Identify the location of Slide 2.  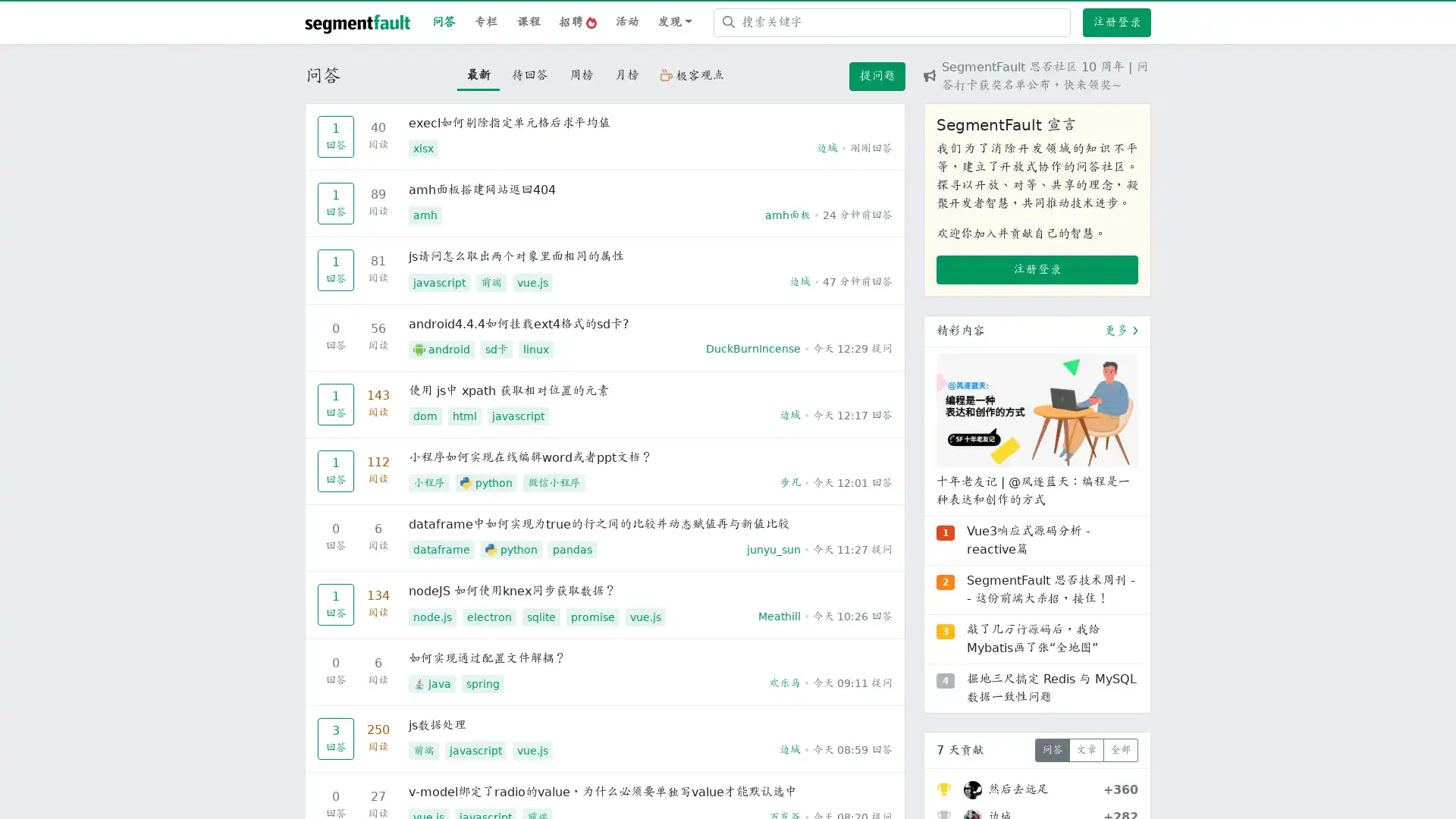
(1037, 626).